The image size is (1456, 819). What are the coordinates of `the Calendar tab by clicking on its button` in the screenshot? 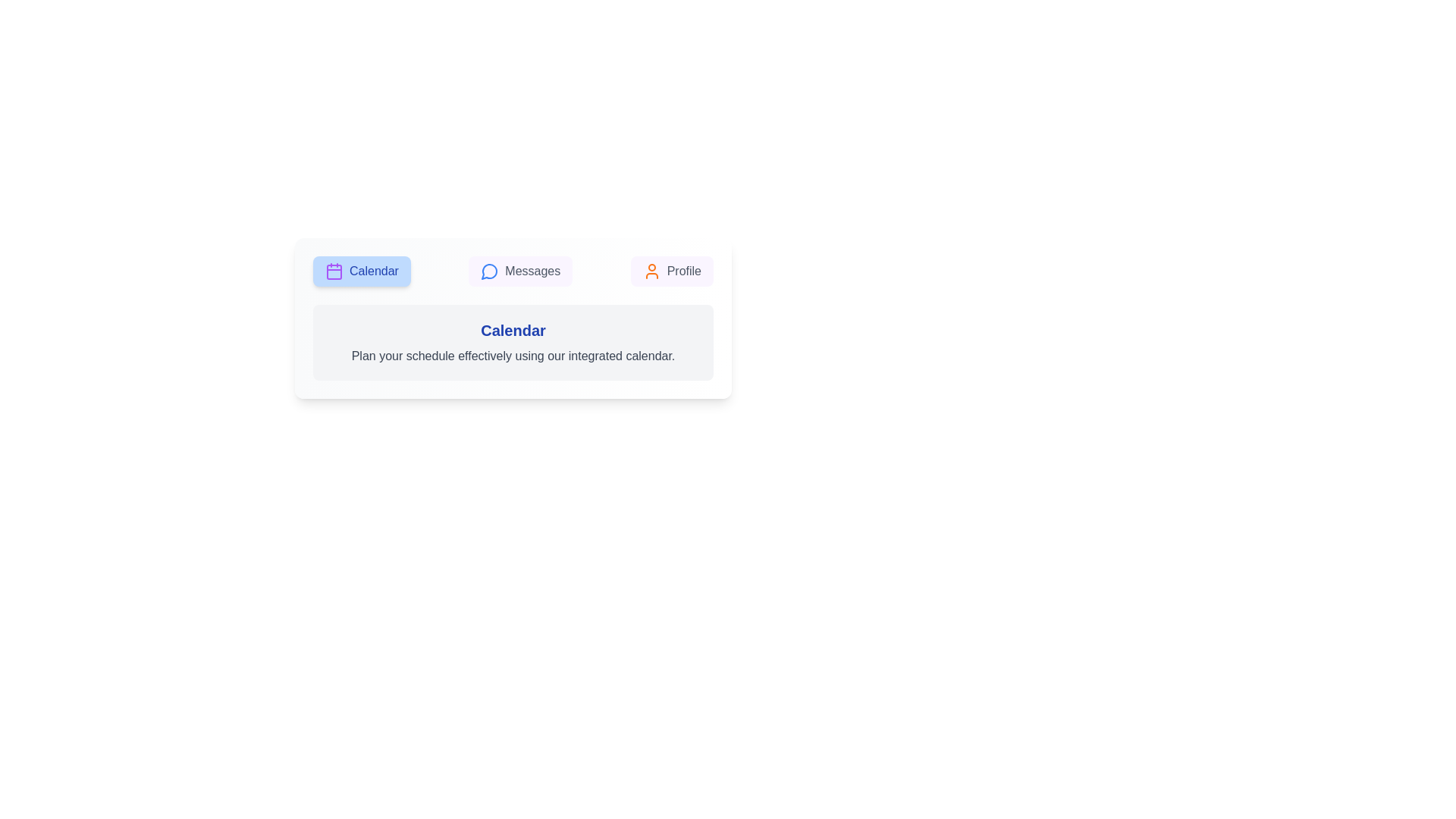 It's located at (360, 271).